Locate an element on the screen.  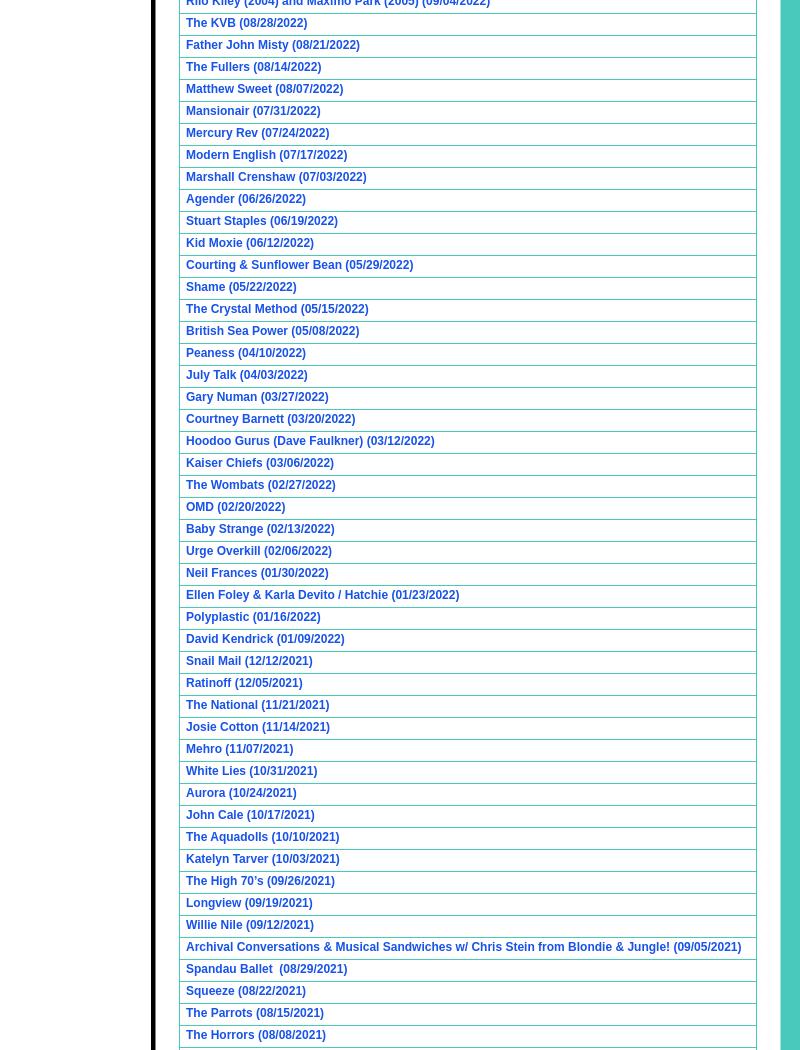
'Neil Frances (01/30/2022)' is located at coordinates (255, 571).